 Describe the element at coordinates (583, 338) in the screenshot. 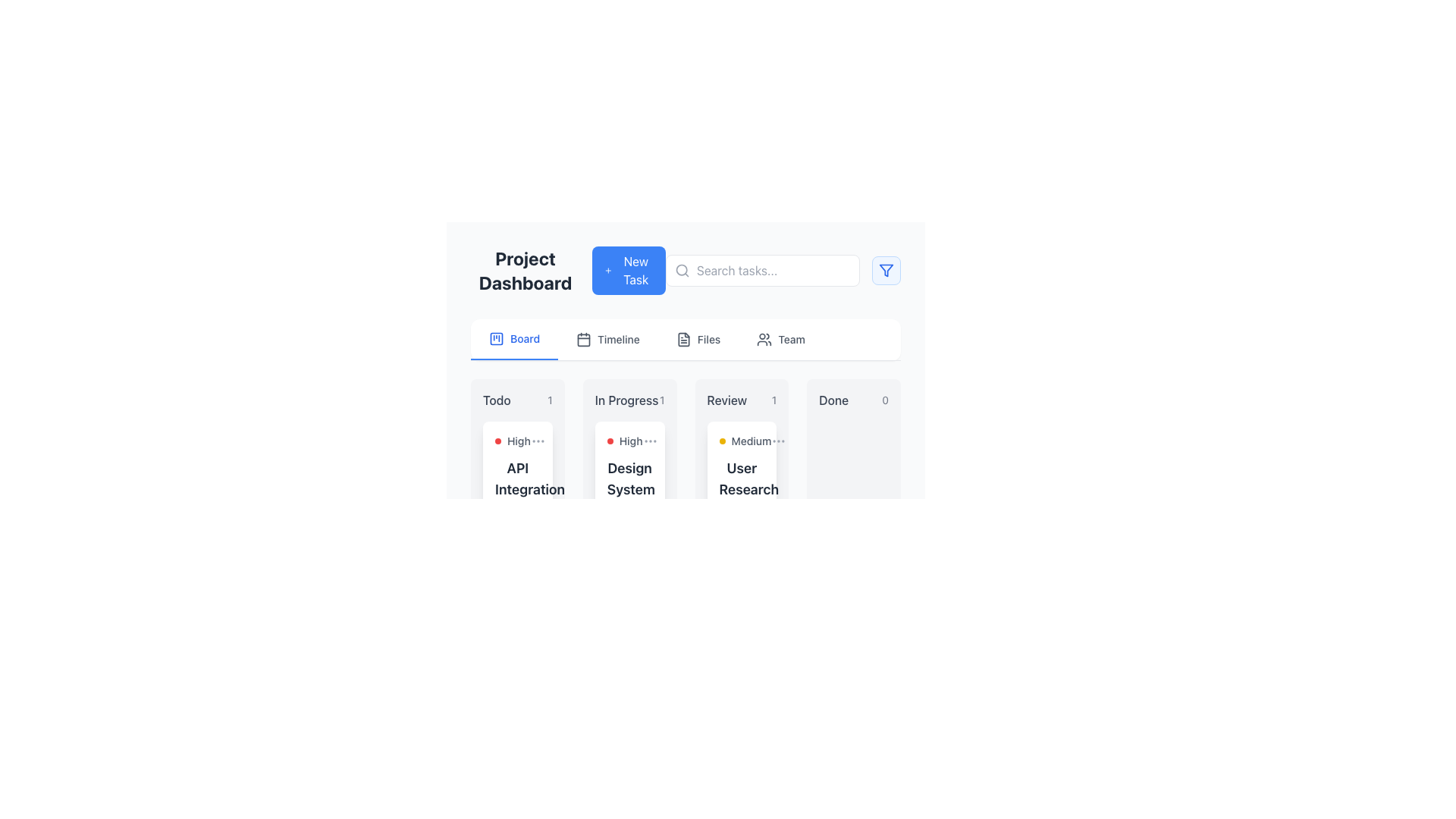

I see `the 'Timeline' icon located in the navigation bar below the header` at that location.